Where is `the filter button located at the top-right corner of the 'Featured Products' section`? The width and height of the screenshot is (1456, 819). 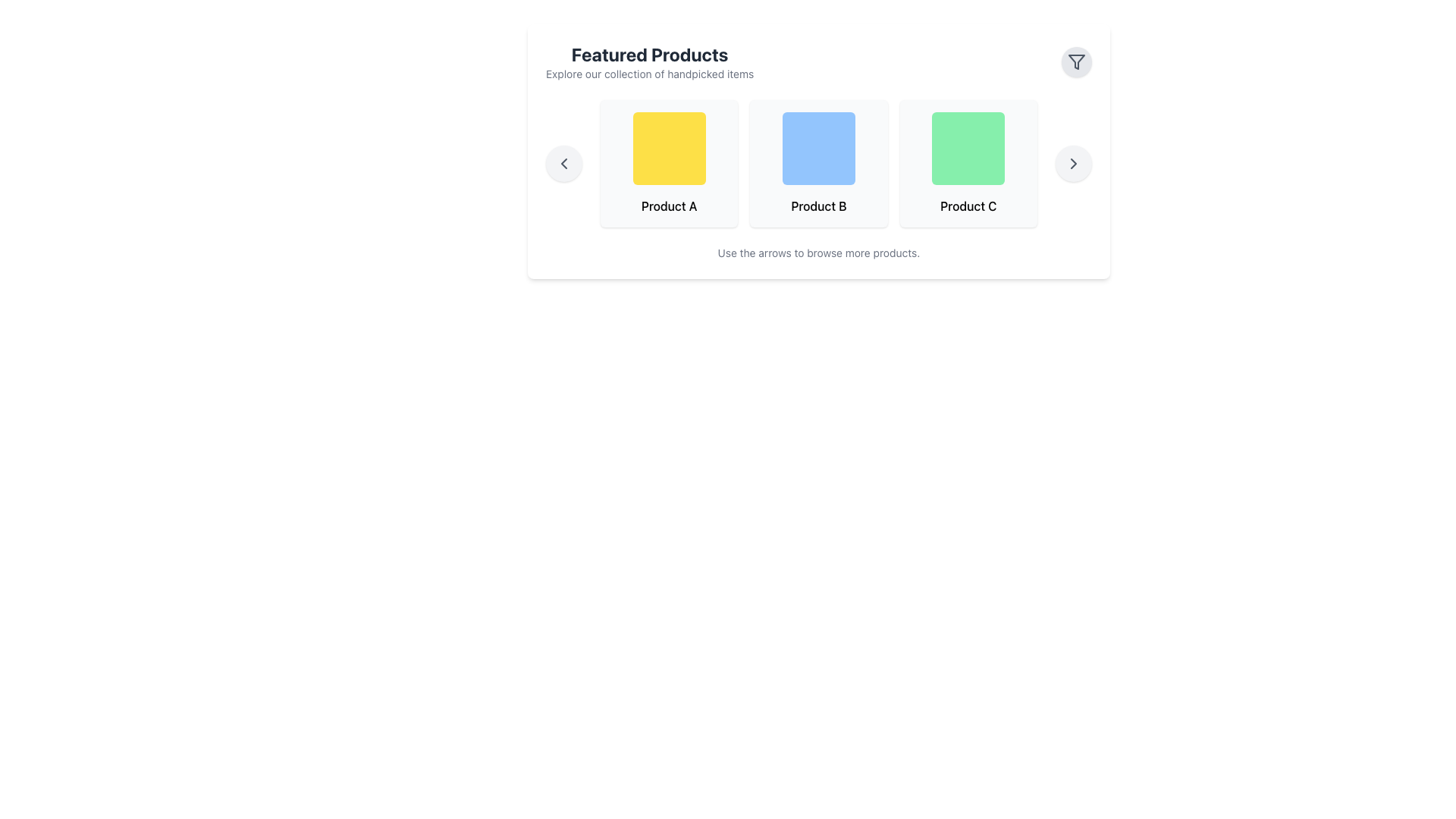
the filter button located at the top-right corner of the 'Featured Products' section is located at coordinates (1076, 61).